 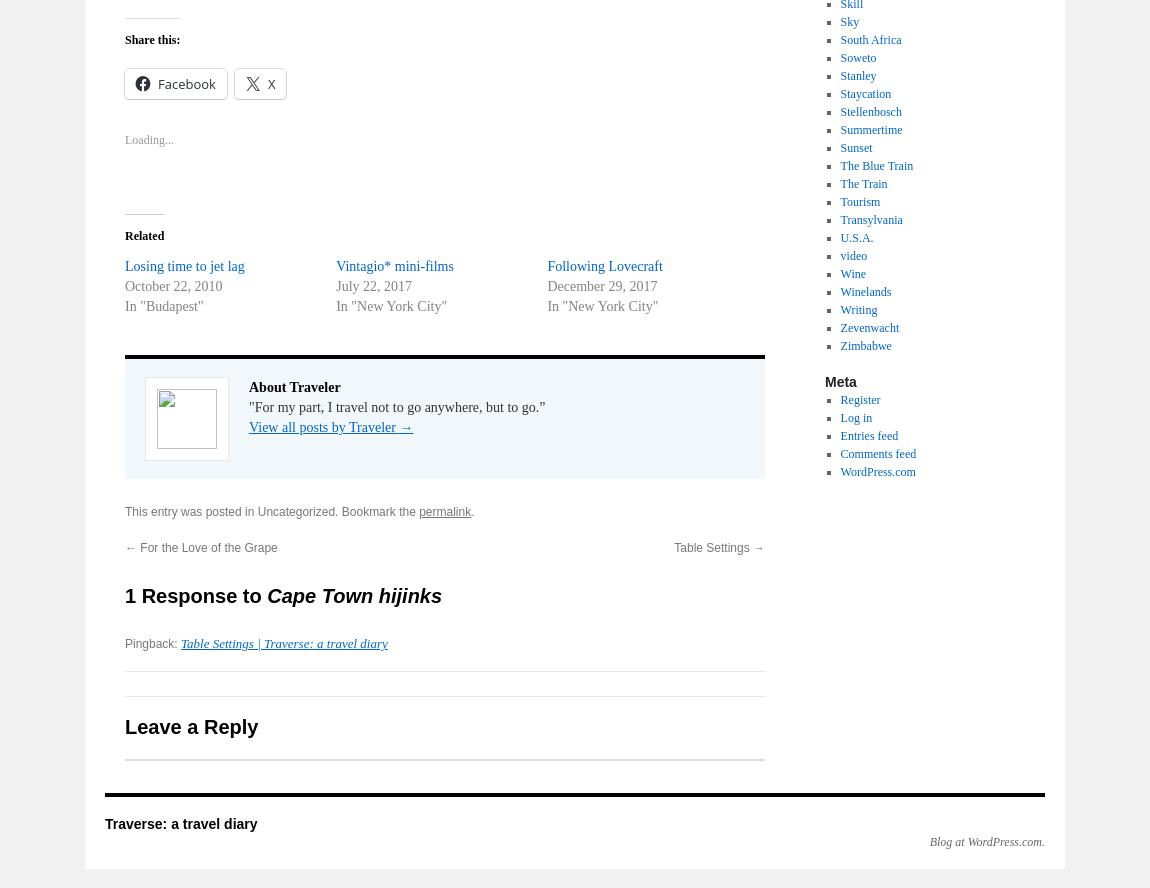 What do you see at coordinates (354, 596) in the screenshot?
I see `'Cape Town hijinks'` at bounding box center [354, 596].